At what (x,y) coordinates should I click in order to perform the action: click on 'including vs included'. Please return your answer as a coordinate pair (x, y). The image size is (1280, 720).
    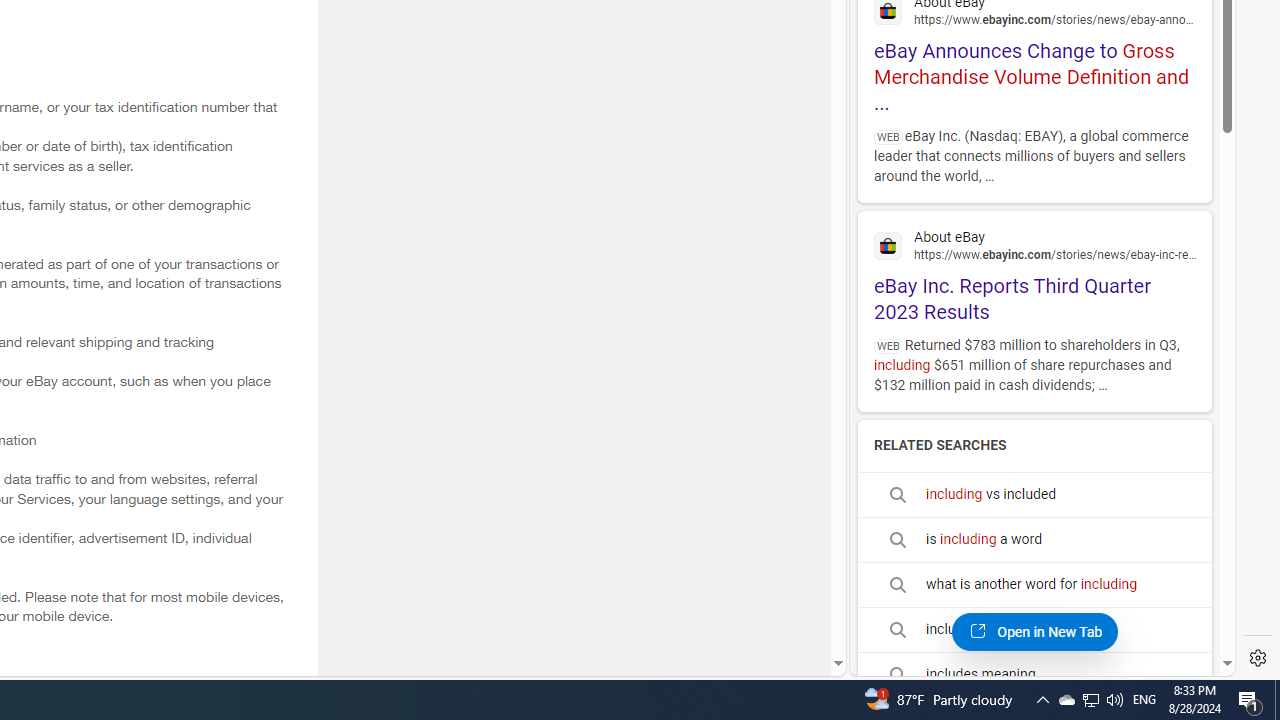
    Looking at the image, I should click on (1034, 495).